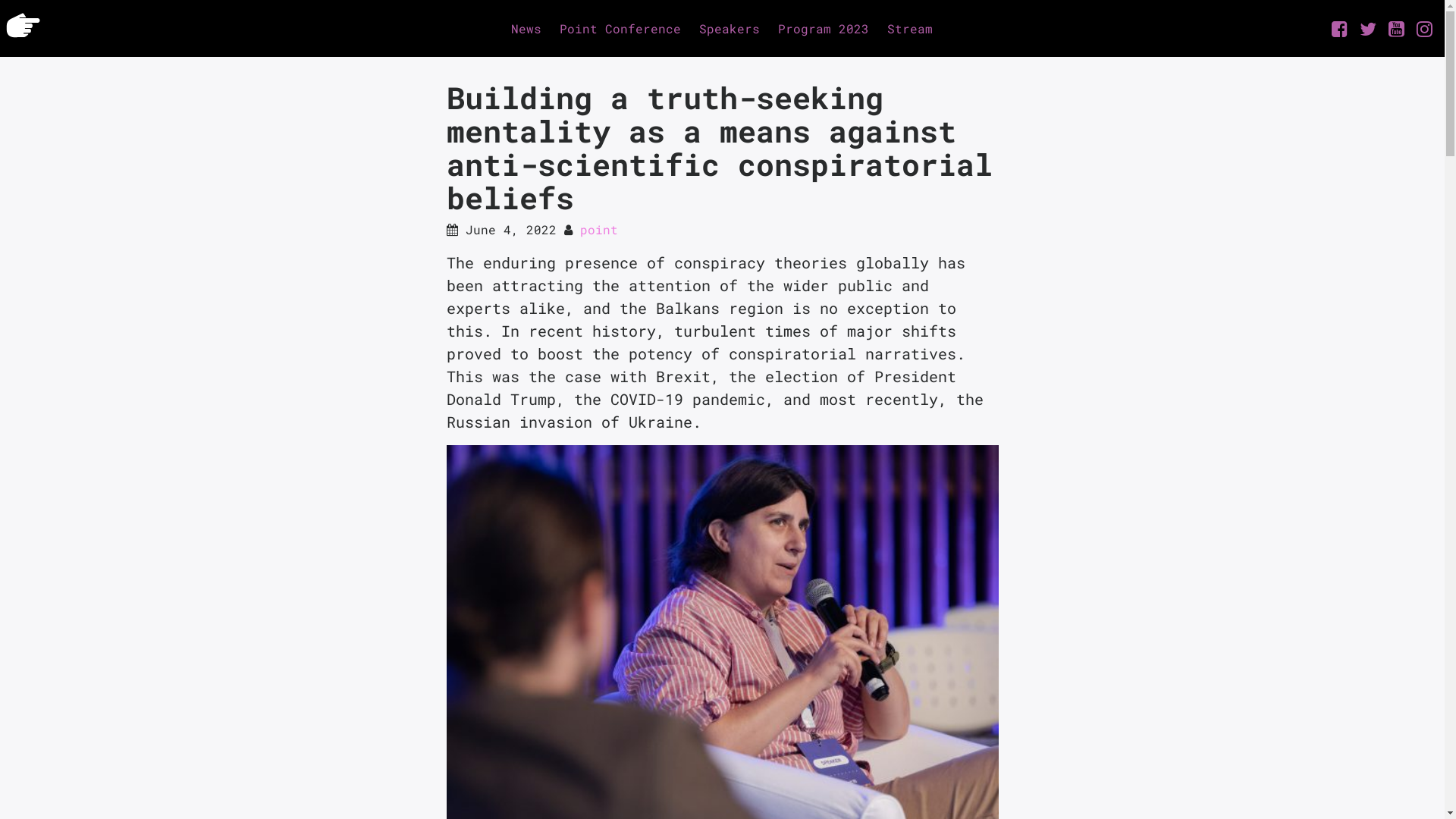 This screenshot has width=1456, height=819. I want to click on 'twitter', so click(1368, 29).